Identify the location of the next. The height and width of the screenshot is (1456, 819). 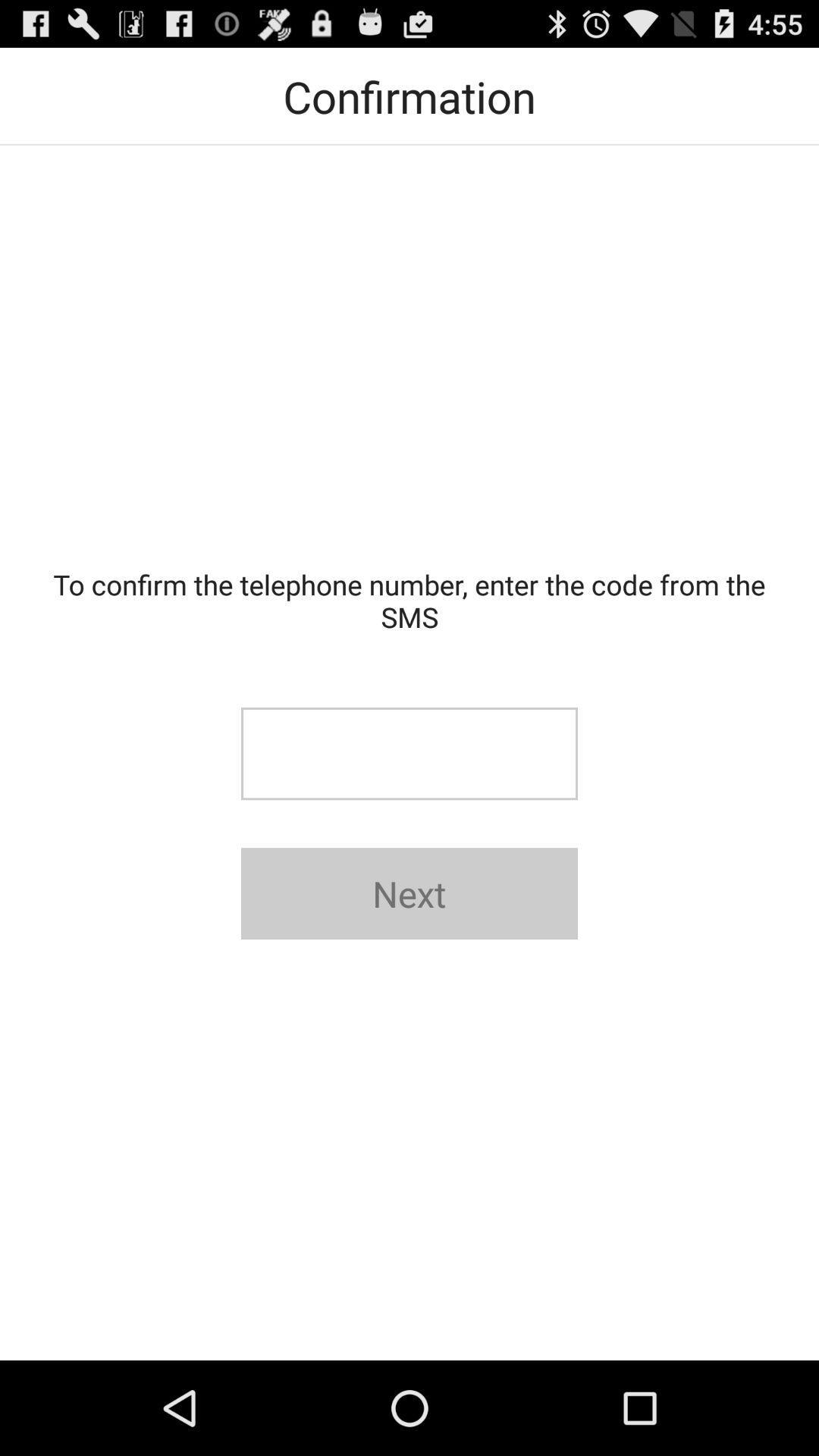
(409, 893).